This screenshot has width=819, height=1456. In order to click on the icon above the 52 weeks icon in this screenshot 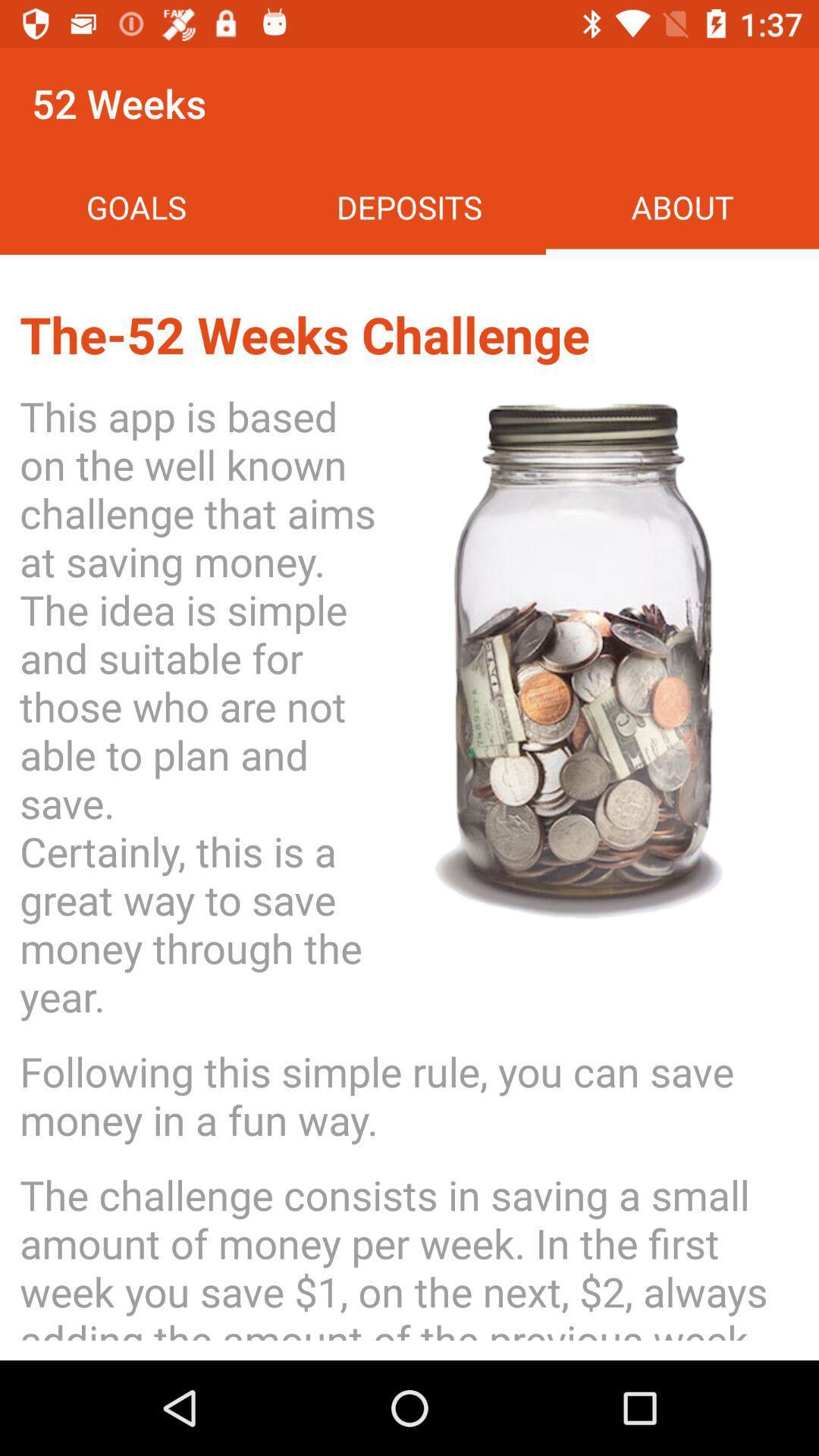, I will do `click(409, 206)`.